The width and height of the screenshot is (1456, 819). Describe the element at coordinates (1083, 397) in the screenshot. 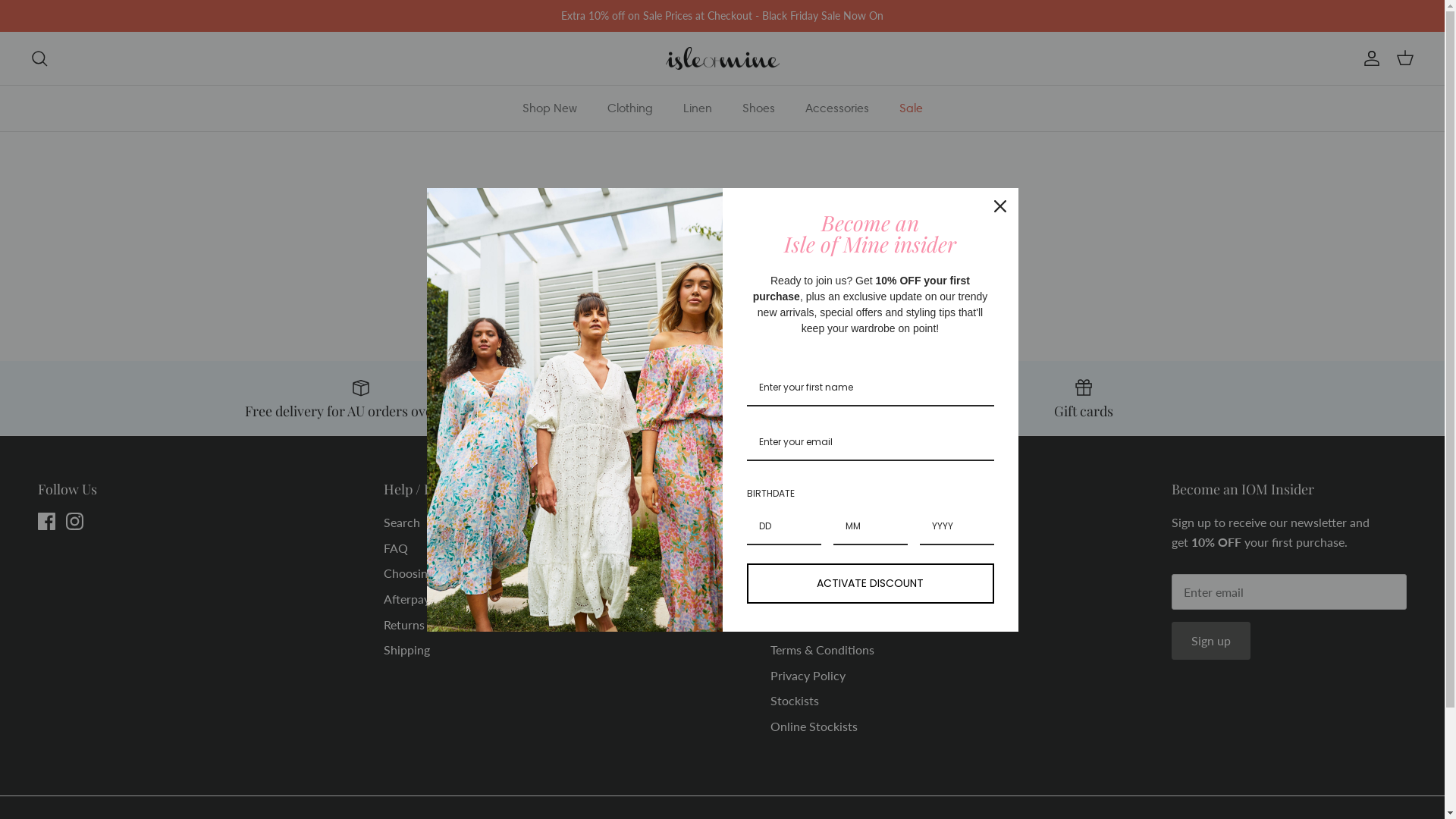

I see `'Gift cards'` at that location.